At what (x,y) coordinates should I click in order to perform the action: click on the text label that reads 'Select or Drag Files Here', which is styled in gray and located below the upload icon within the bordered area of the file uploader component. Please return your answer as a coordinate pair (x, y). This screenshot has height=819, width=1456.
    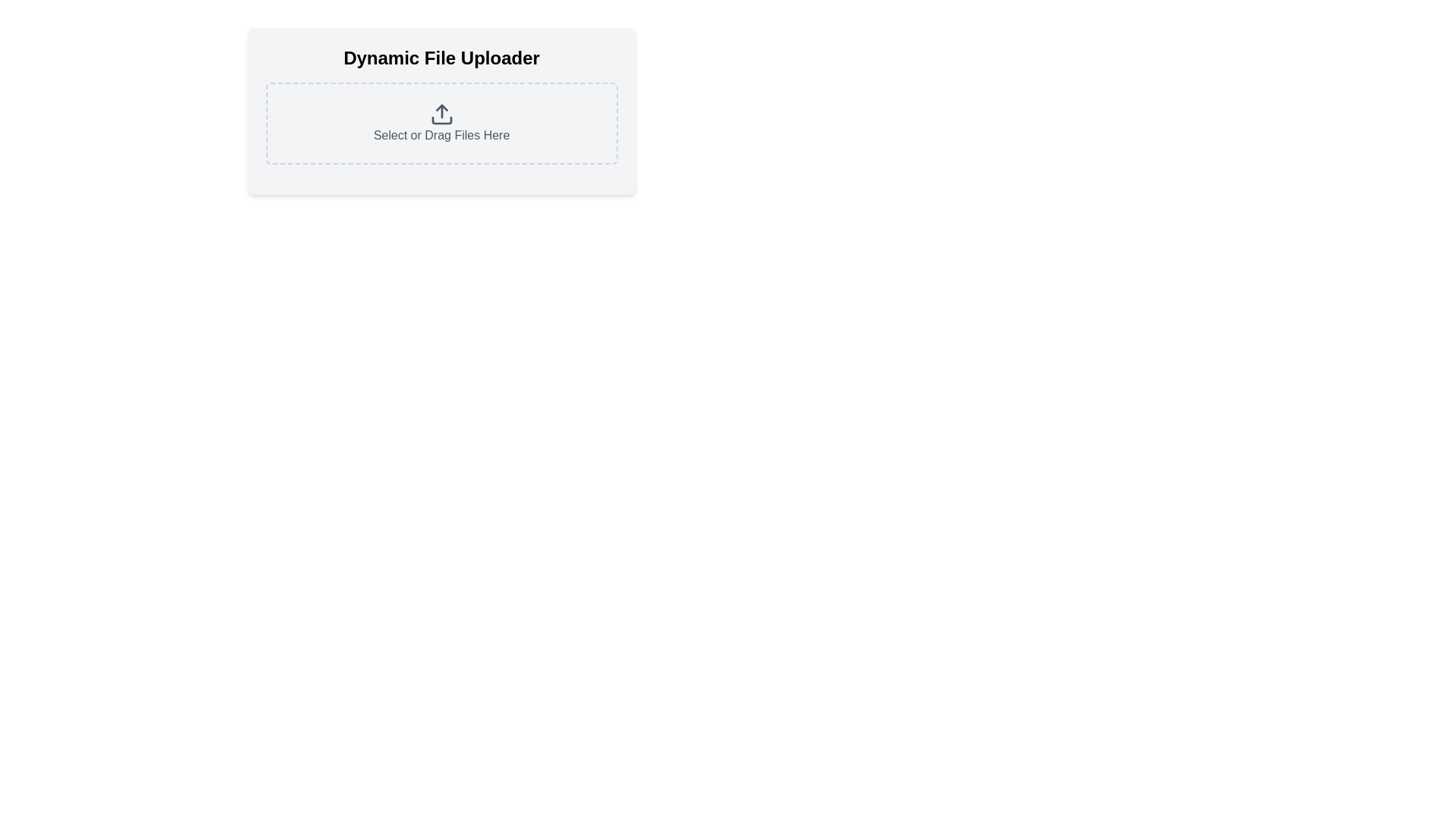
    Looking at the image, I should click on (441, 134).